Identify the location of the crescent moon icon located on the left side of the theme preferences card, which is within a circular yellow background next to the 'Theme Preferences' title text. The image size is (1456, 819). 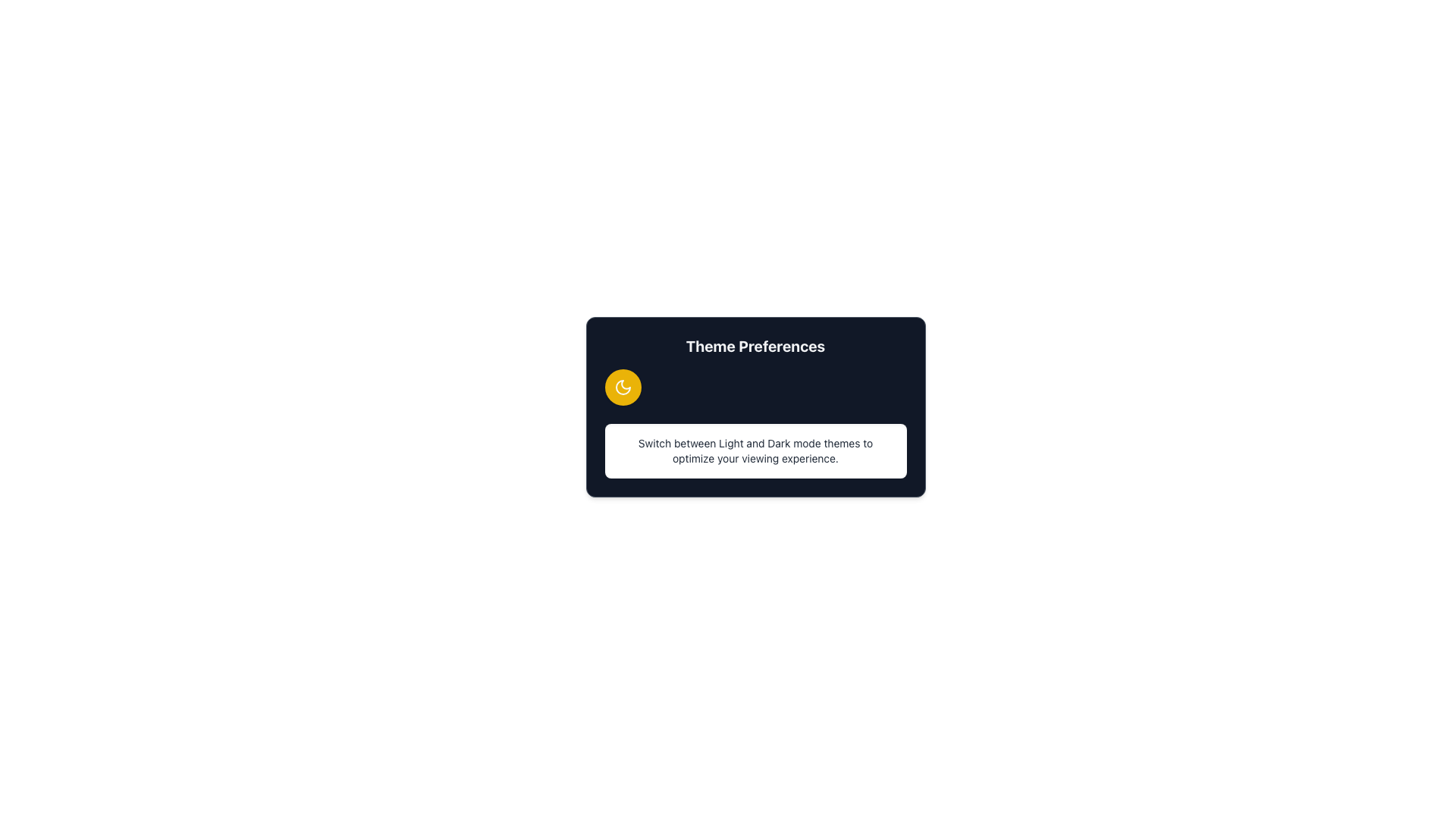
(623, 386).